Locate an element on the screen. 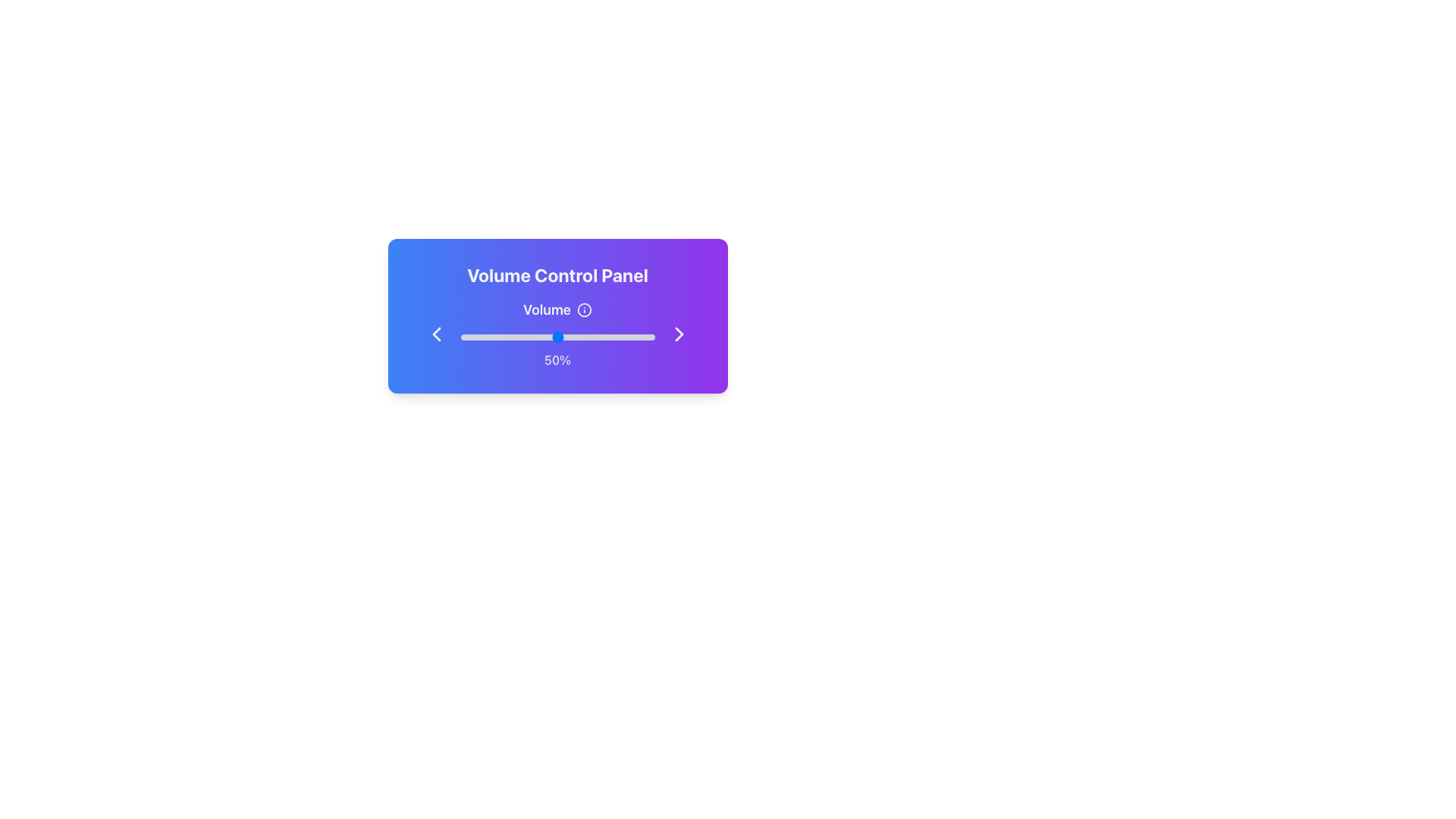 The height and width of the screenshot is (819, 1456). the volume level is located at coordinates (652, 336).